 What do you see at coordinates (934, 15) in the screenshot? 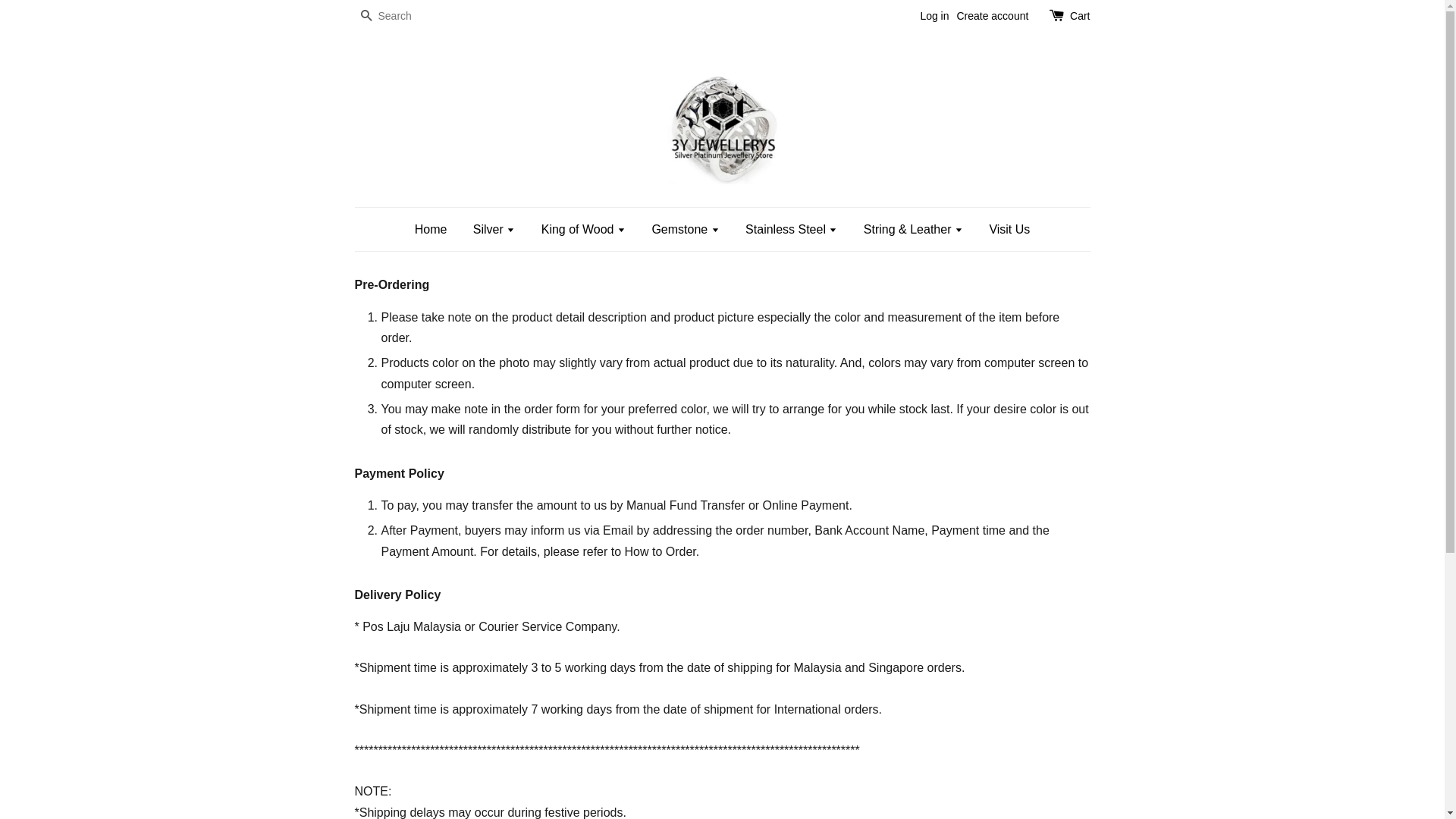
I see `'Log in'` at bounding box center [934, 15].